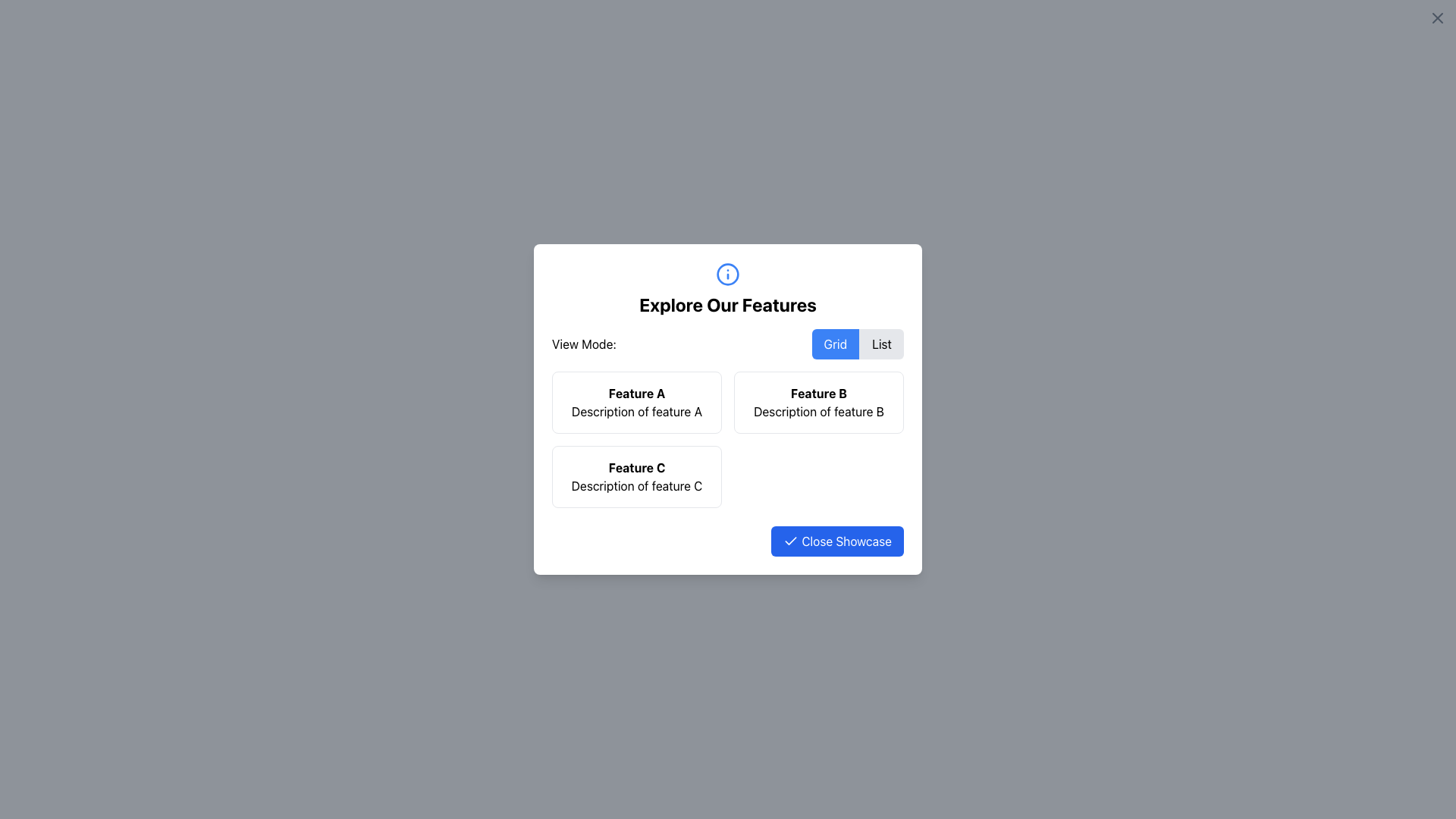 This screenshot has height=819, width=1456. I want to click on the segmented control toggle buttons for viewing modes 'Grid' and 'List', so click(858, 344).